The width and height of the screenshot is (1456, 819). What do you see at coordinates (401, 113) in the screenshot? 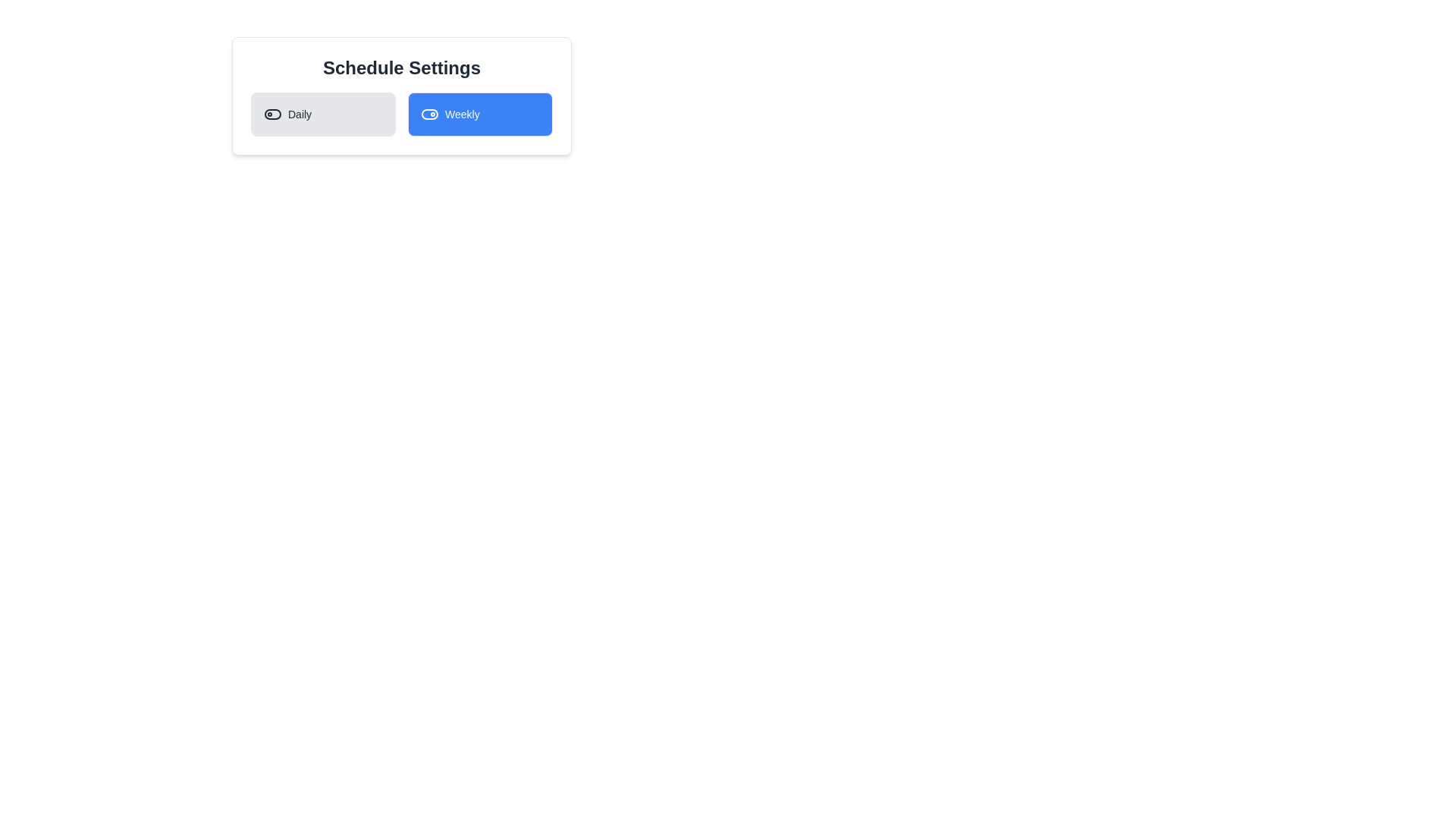
I see `the 'Weekly' toggle button in the Toggle Button Group` at bounding box center [401, 113].